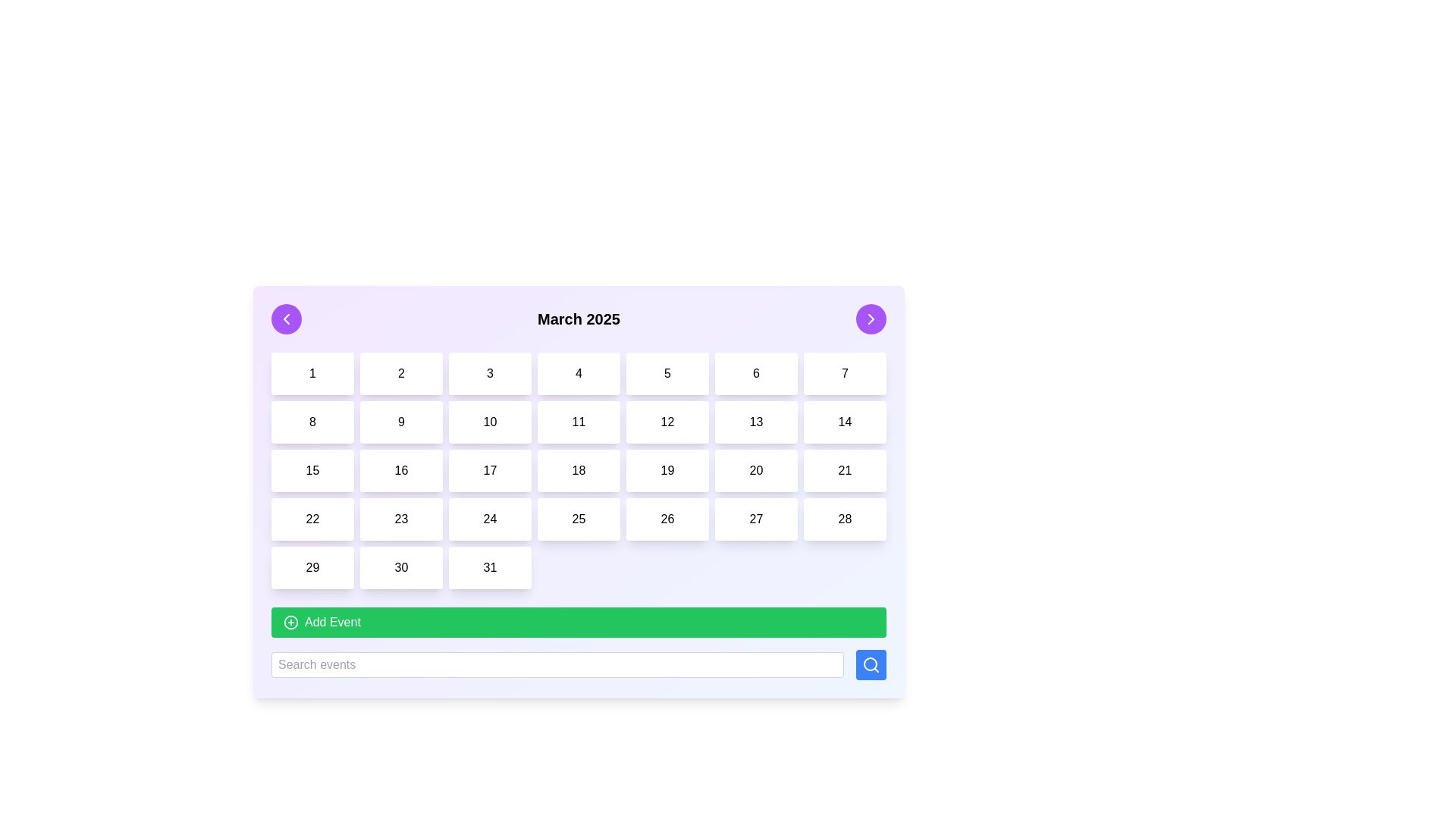 The image size is (1456, 819). Describe the element at coordinates (756, 374) in the screenshot. I see `the calendar date cell displaying the number '6' located in the first row of a 7-column grid layout` at that location.